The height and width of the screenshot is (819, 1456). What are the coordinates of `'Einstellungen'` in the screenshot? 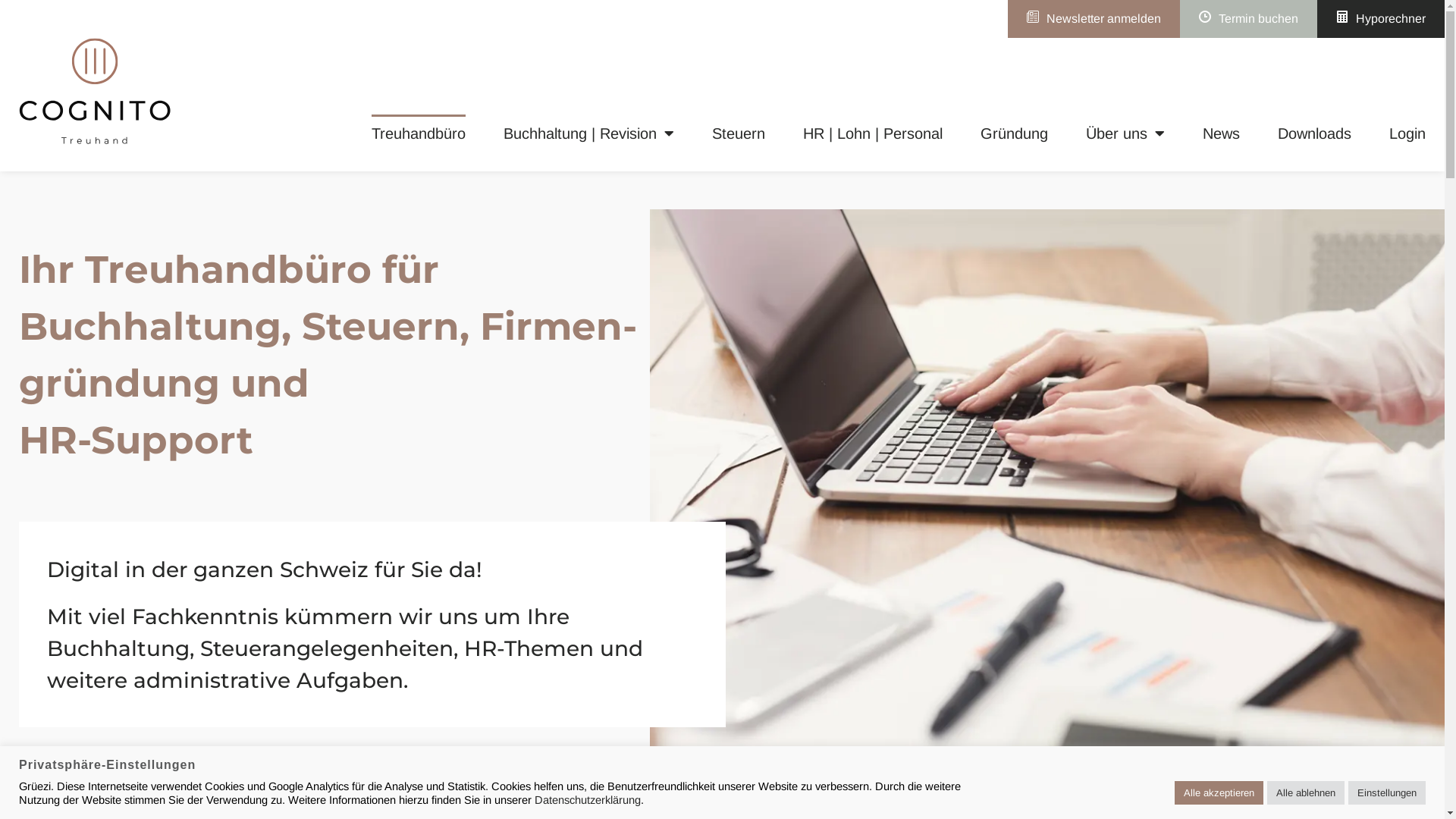 It's located at (1386, 792).